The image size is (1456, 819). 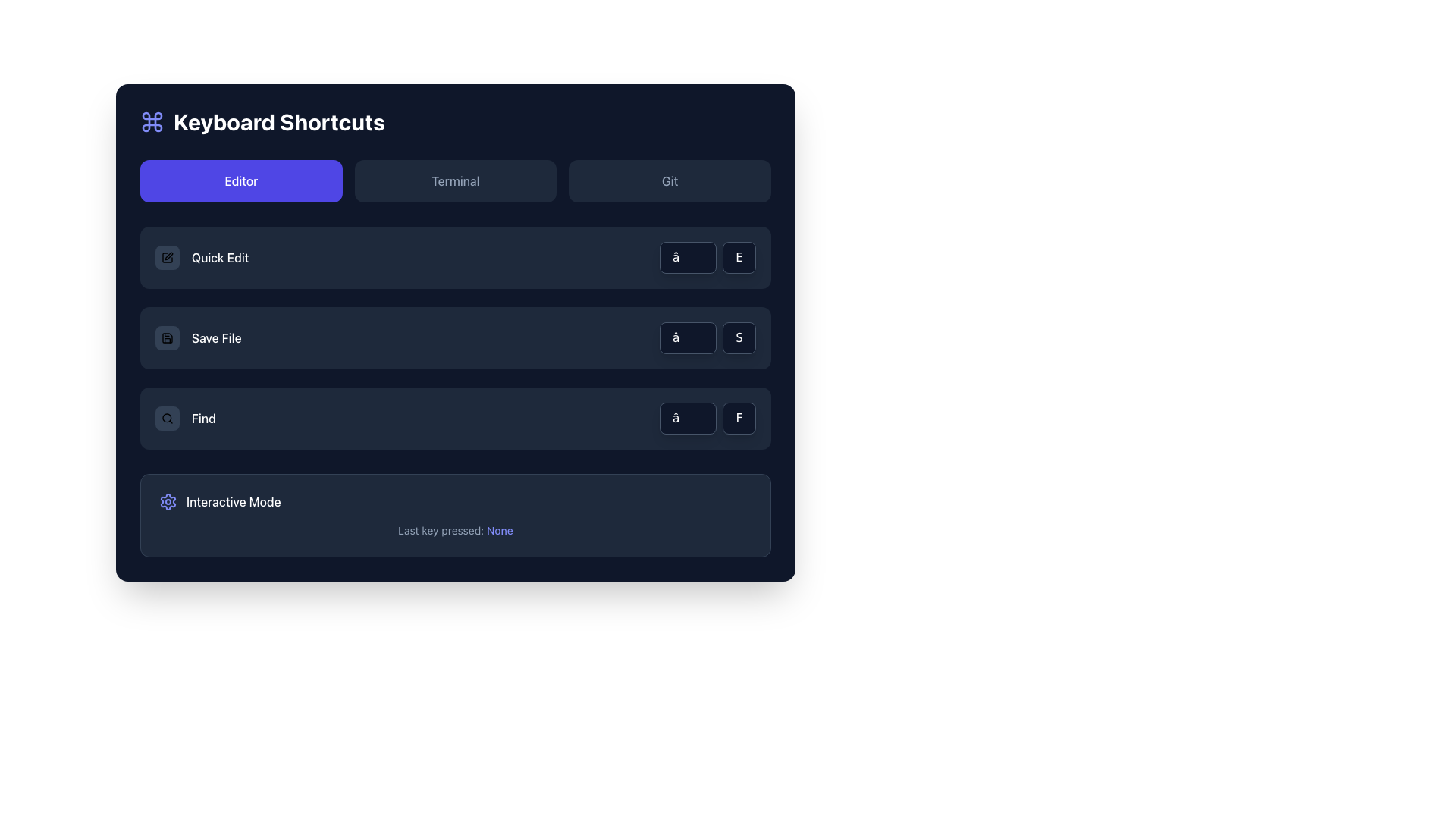 I want to click on the text label or heading for the 'Terminal' section located in the middle of the top panel labeled 'Keyboard Shortcuts', so click(x=454, y=180).